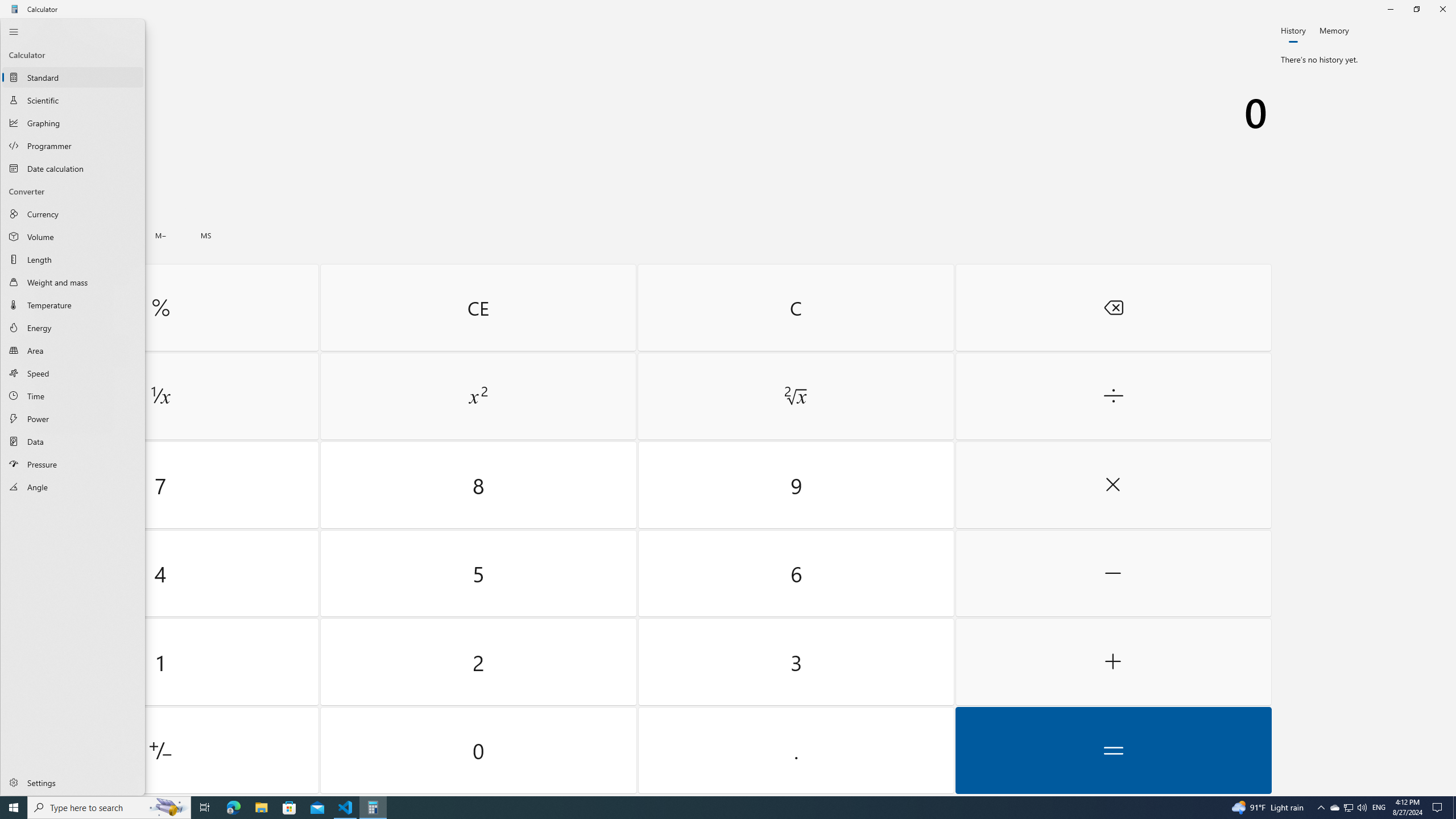 This screenshot has width=1456, height=819. Describe the element at coordinates (72, 122) in the screenshot. I see `'Graphing Calculator'` at that location.